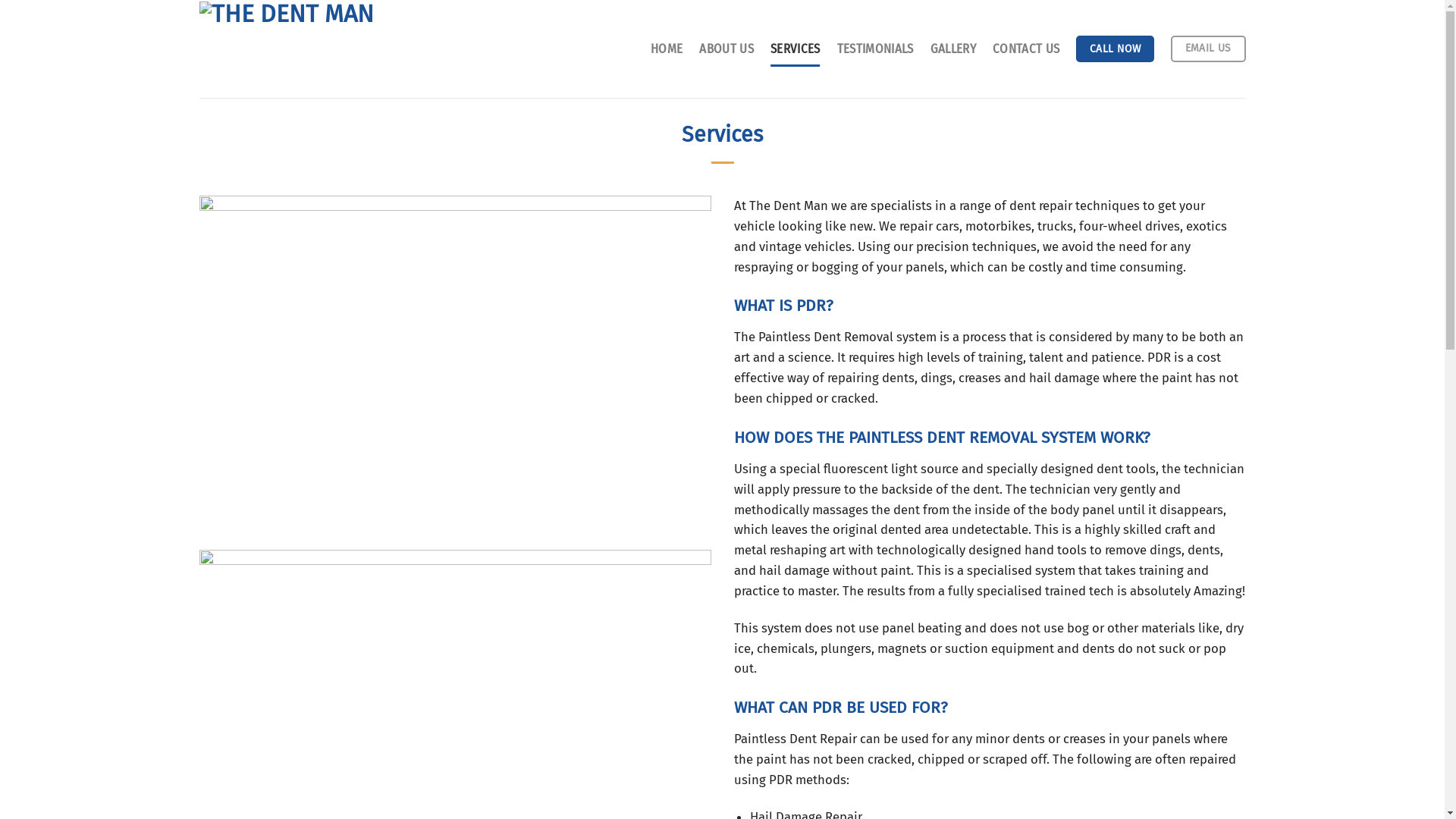 The image size is (1456, 819). I want to click on 'CONTACT US', so click(1026, 48).